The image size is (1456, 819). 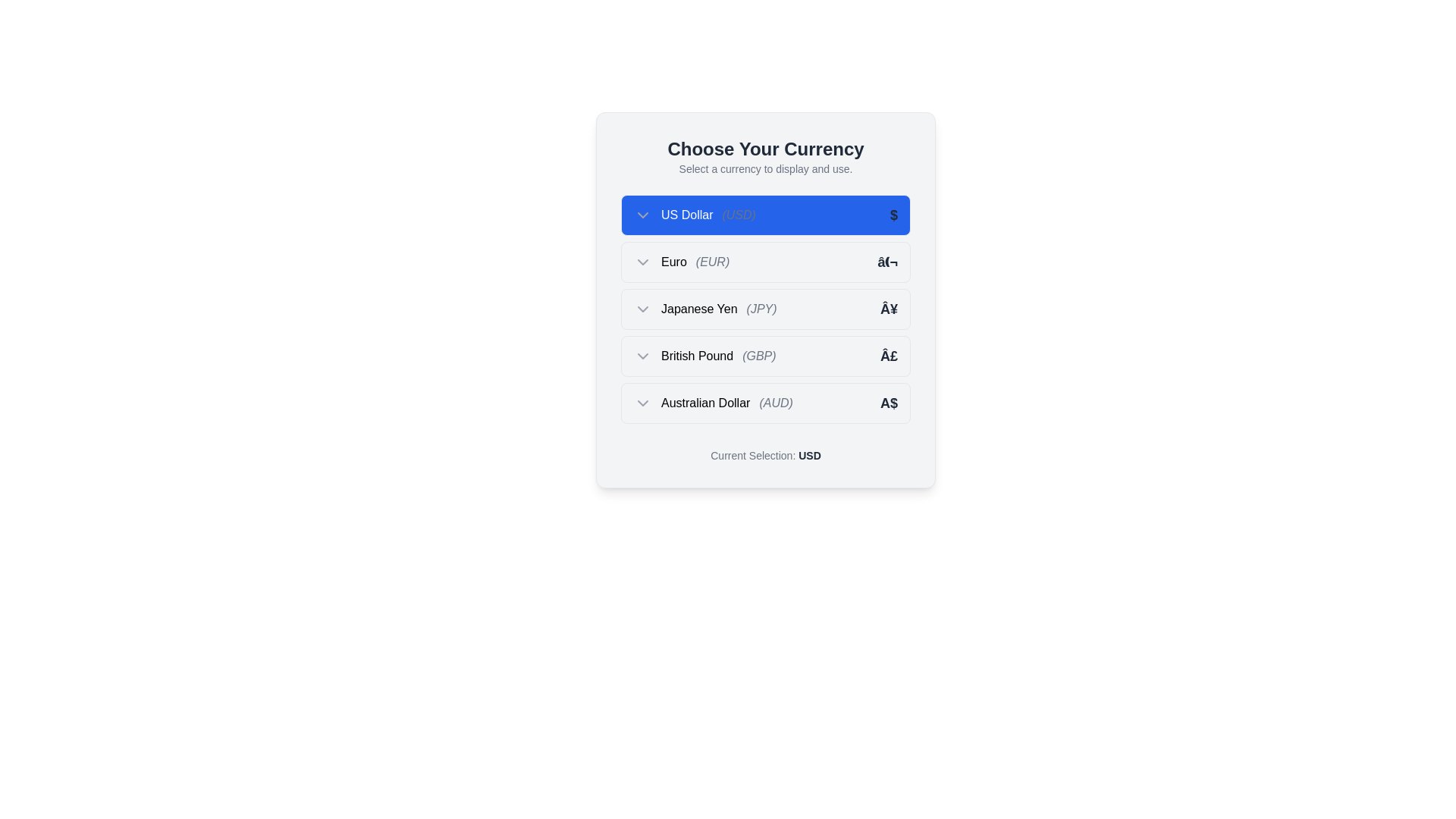 I want to click on the British Pound currency option, which is the third selectable option in the list of currency choices, so click(x=704, y=356).